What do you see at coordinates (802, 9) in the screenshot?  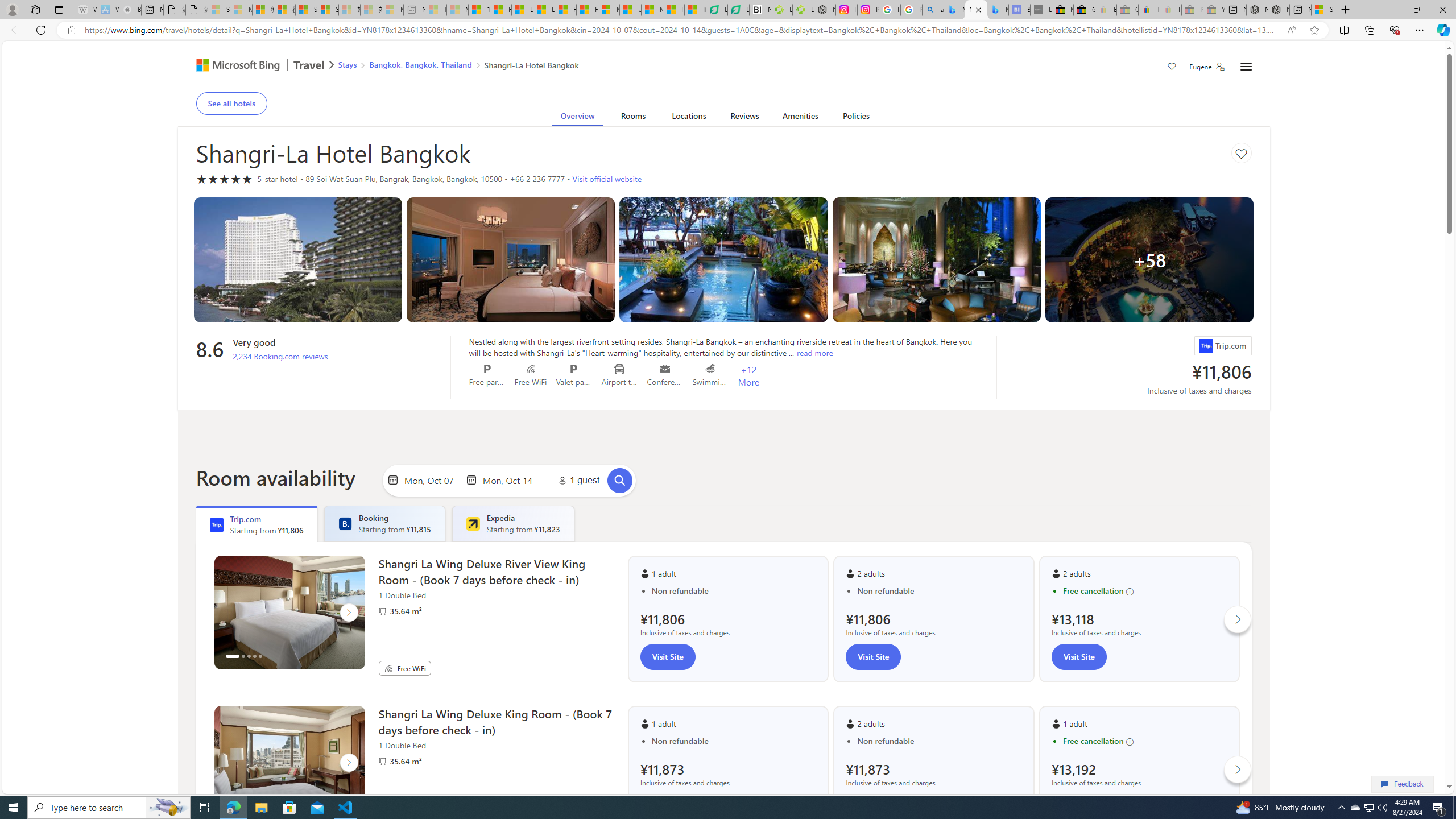 I see `'Descarga Driver Updater'` at bounding box center [802, 9].